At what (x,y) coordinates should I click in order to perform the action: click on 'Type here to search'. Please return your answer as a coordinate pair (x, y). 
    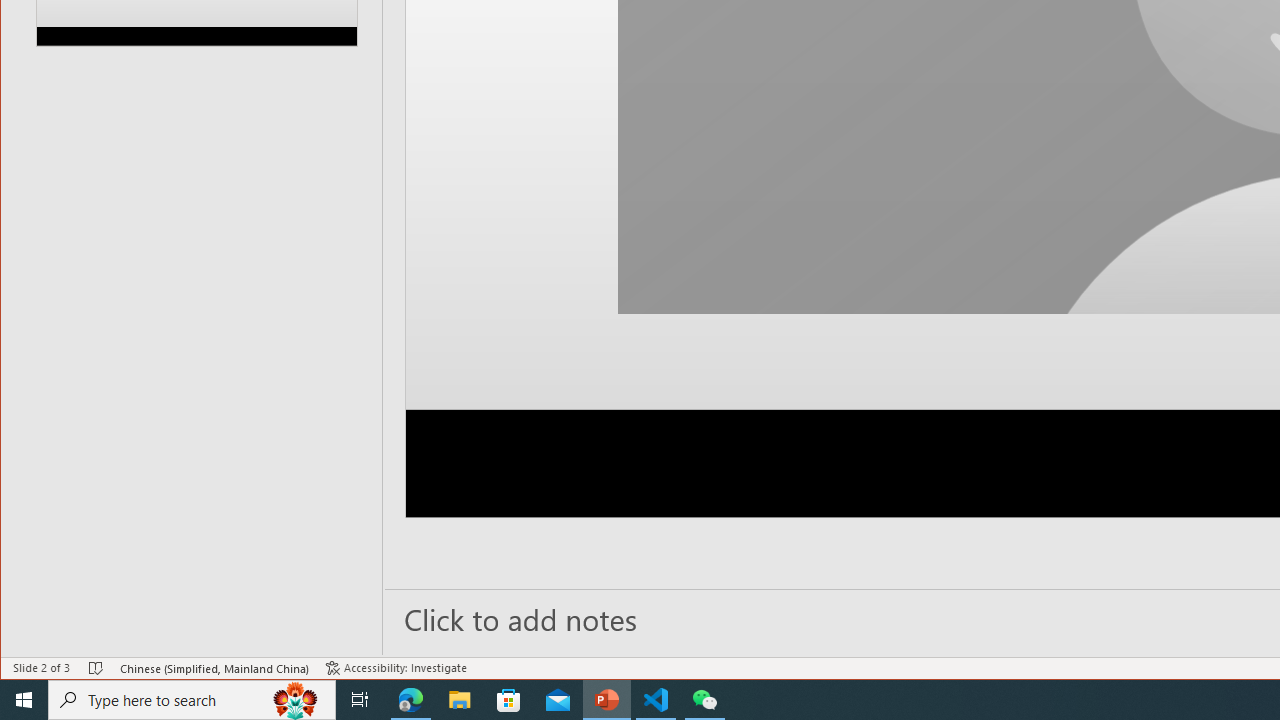
    Looking at the image, I should click on (192, 698).